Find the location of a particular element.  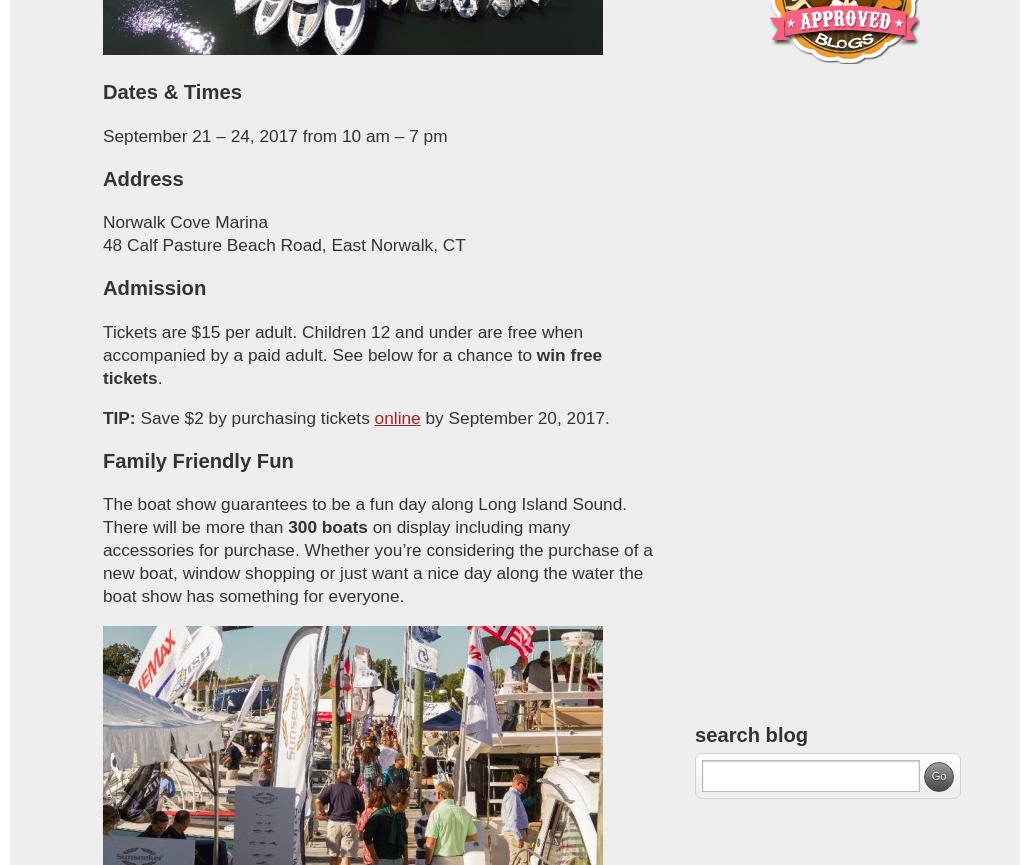

'48 Calf Pasture Beach Road, East Norwalk, CT' is located at coordinates (282, 243).